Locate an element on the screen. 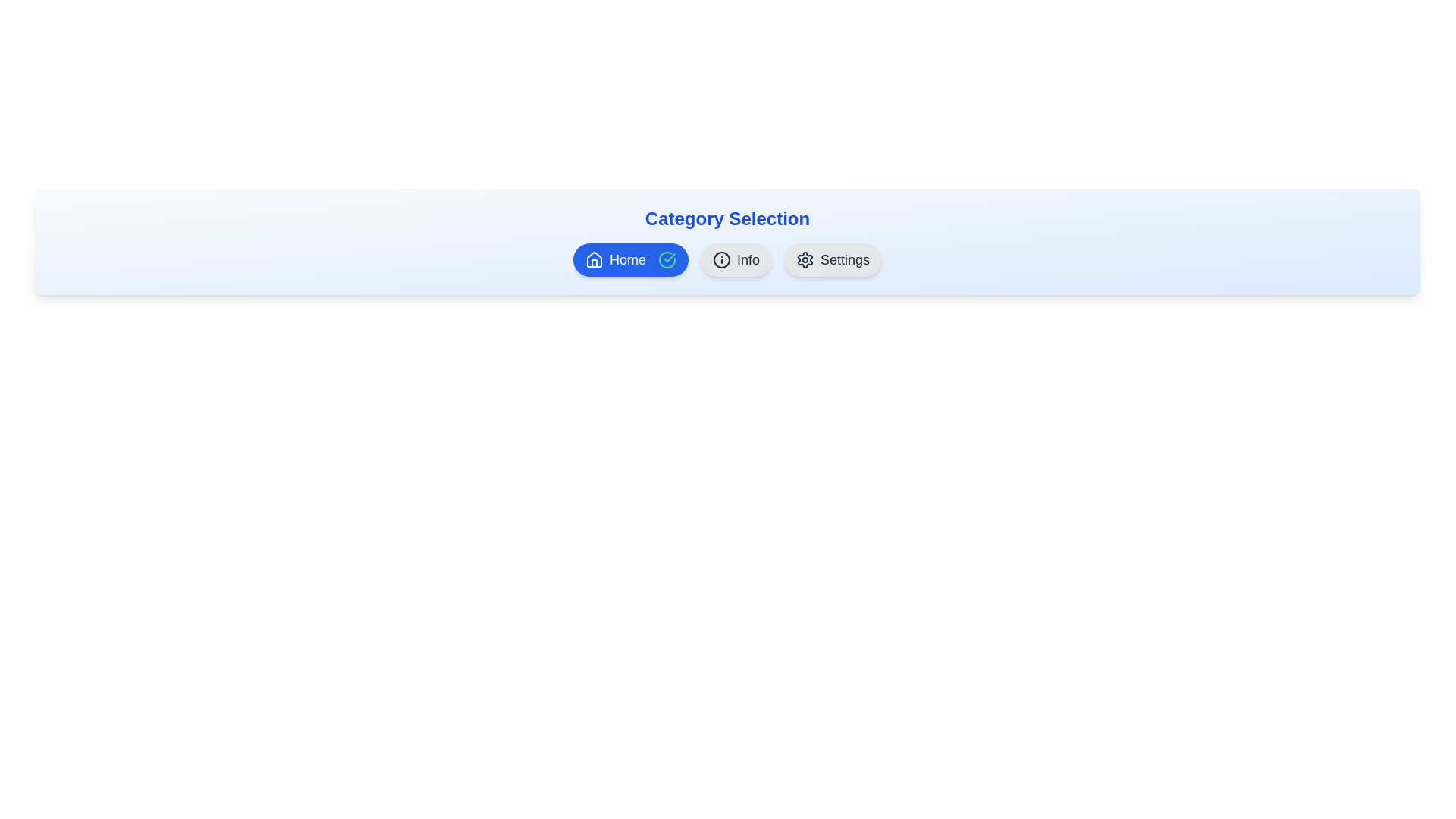  the 'Info' category chip to toggle its selection state is located at coordinates (736, 259).